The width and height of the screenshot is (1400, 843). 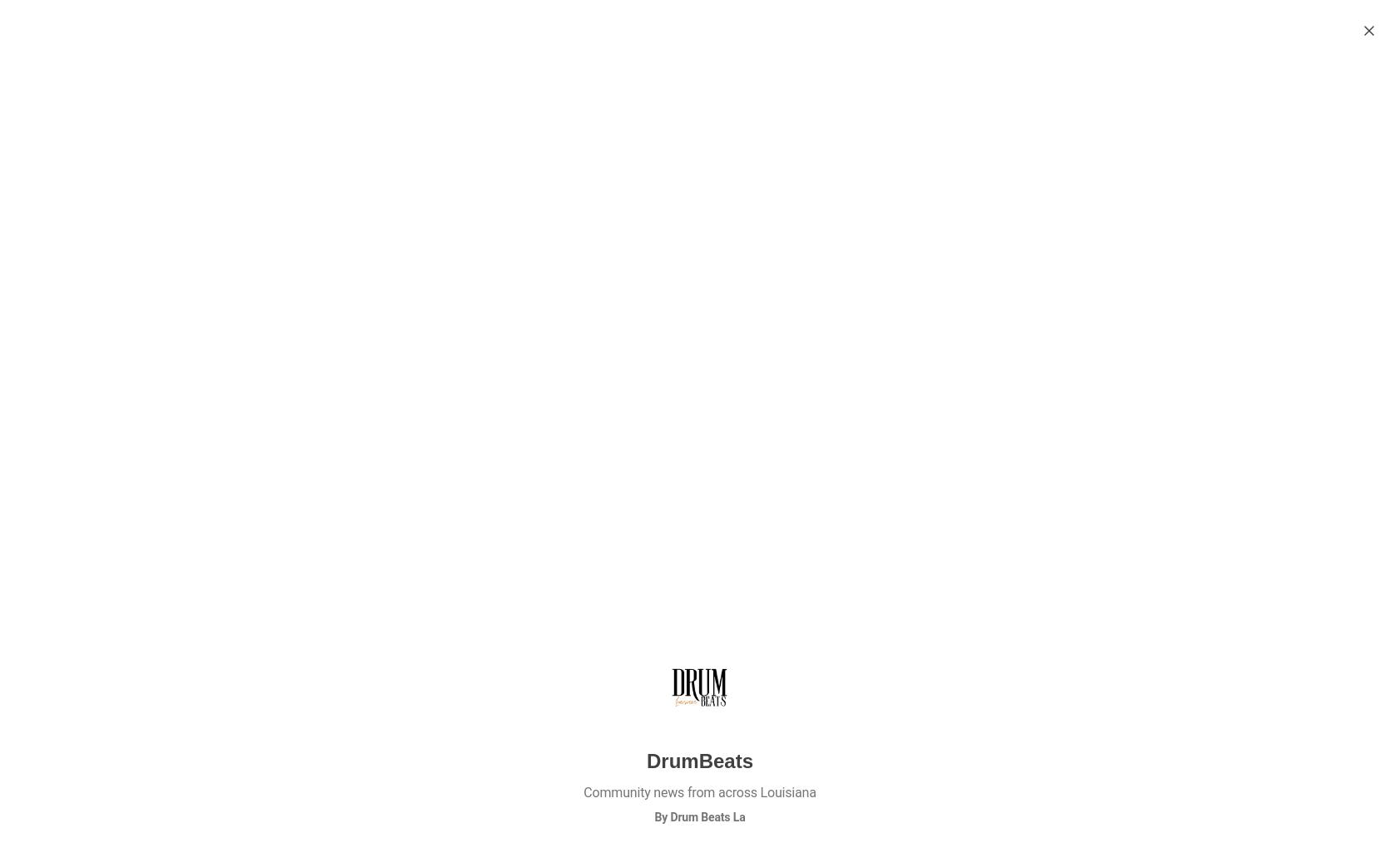 I want to click on 'Oct 21', so click(x=660, y=675).